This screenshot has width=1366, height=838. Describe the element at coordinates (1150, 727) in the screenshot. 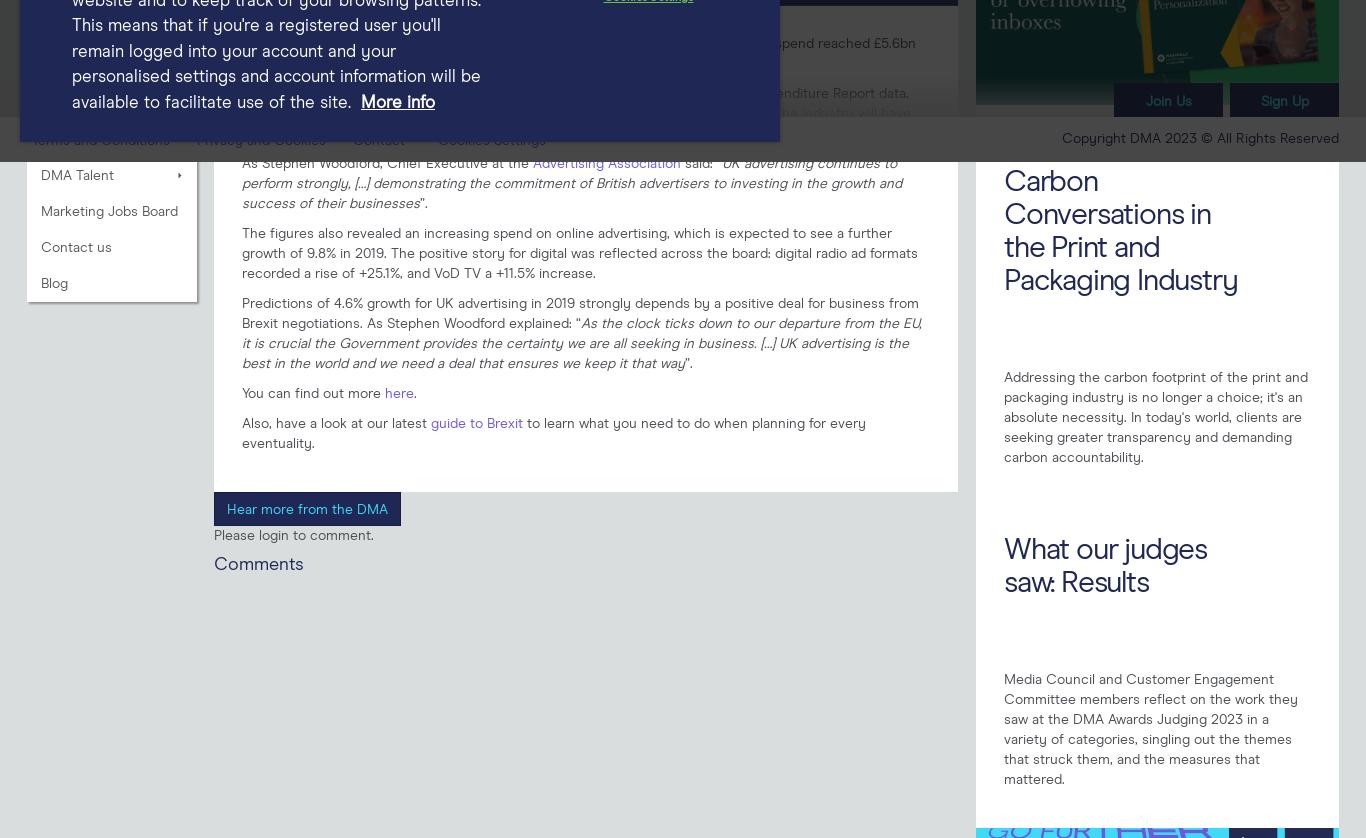

I see `'Media Council and Customer Engagement Committee members reflect on the work they saw at the DMA Awards Judging 2023 in a variety of categories, singling out the themes that struck them, and the measures that mattered.'` at that location.